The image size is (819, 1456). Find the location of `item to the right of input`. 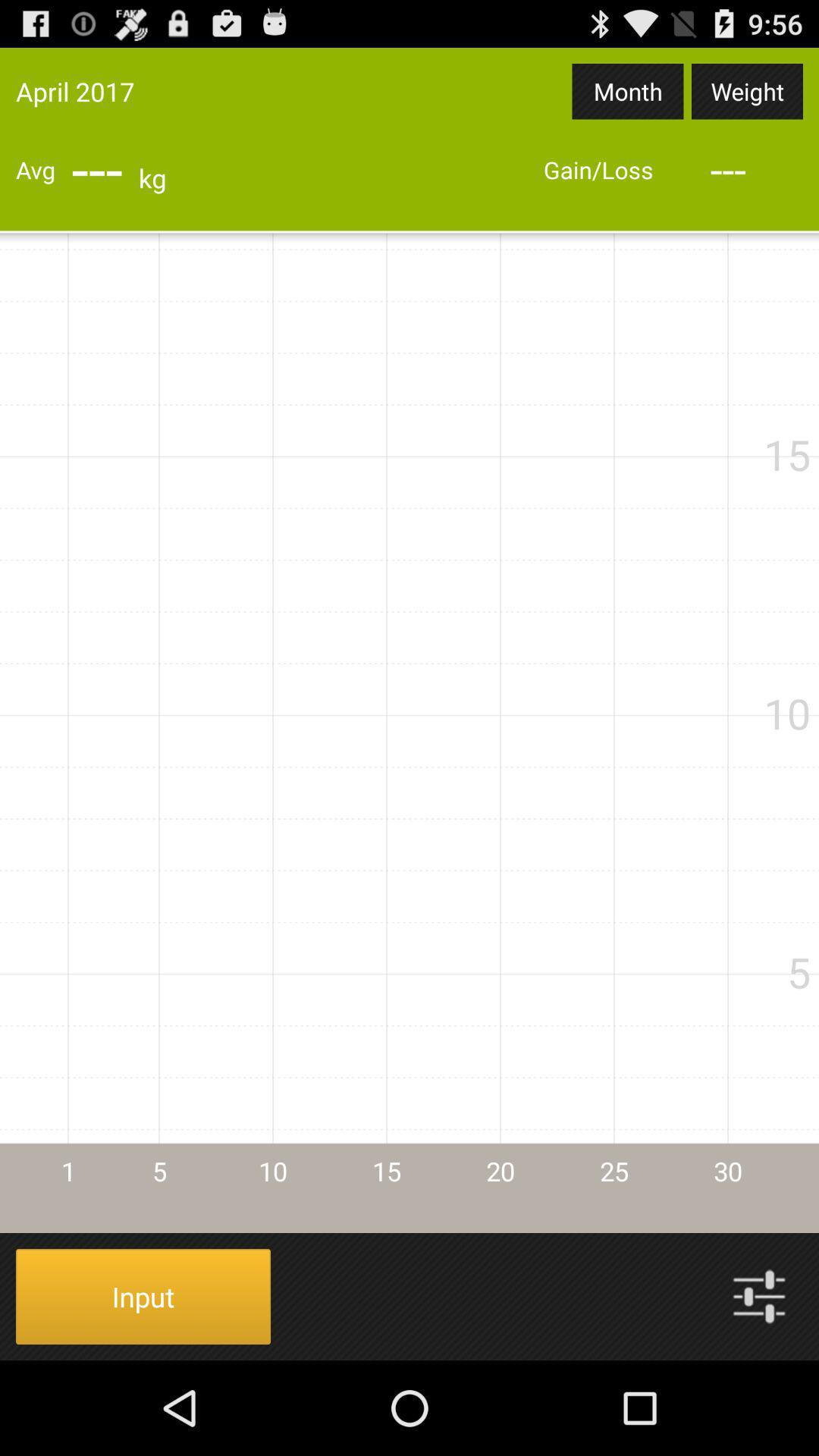

item to the right of input is located at coordinates (759, 1295).